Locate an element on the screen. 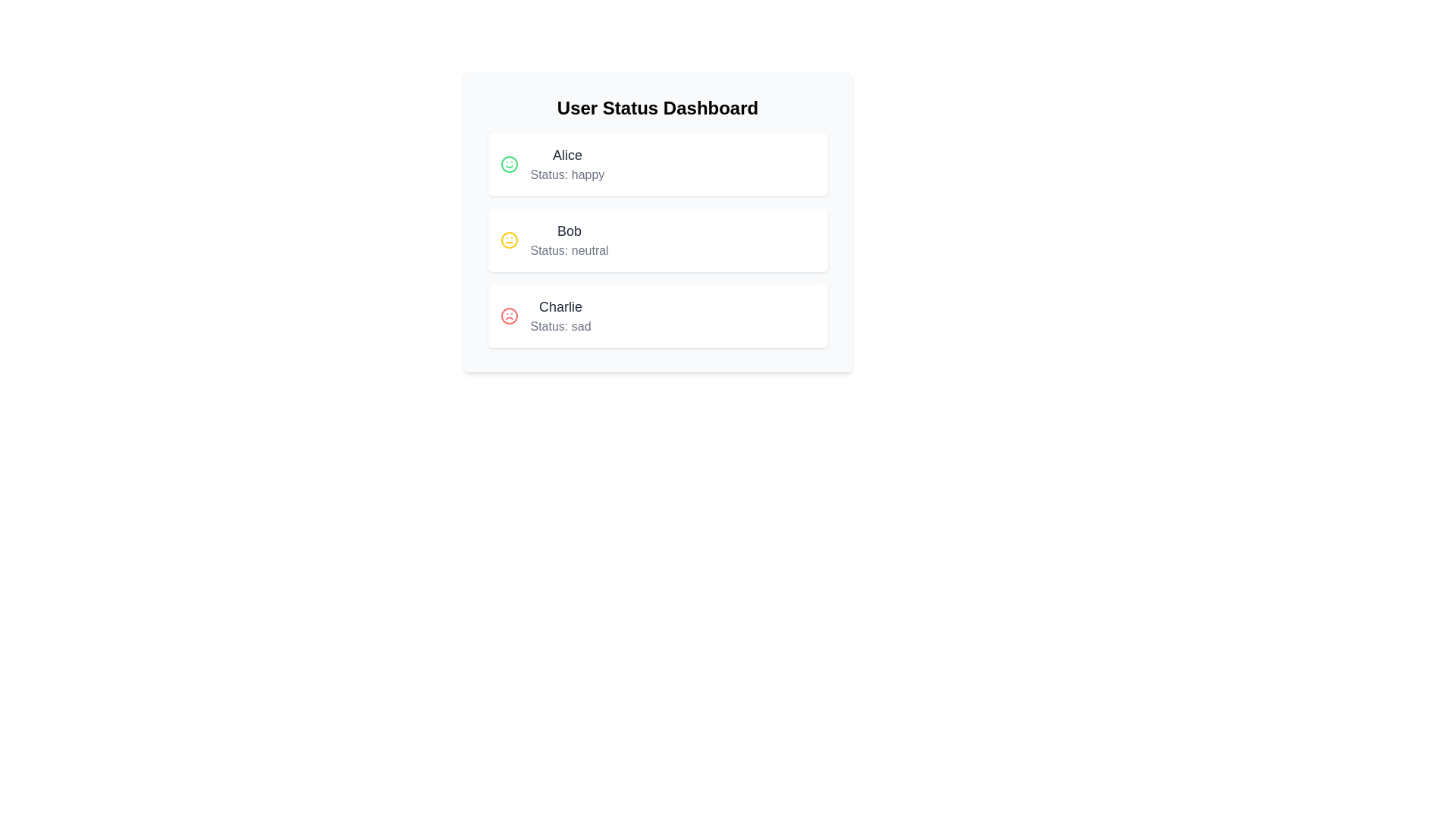 This screenshot has width=1456, height=819. the Text label group displaying 'Bob' and 'Status: neutral' in the User Status Dashboard card is located at coordinates (569, 239).